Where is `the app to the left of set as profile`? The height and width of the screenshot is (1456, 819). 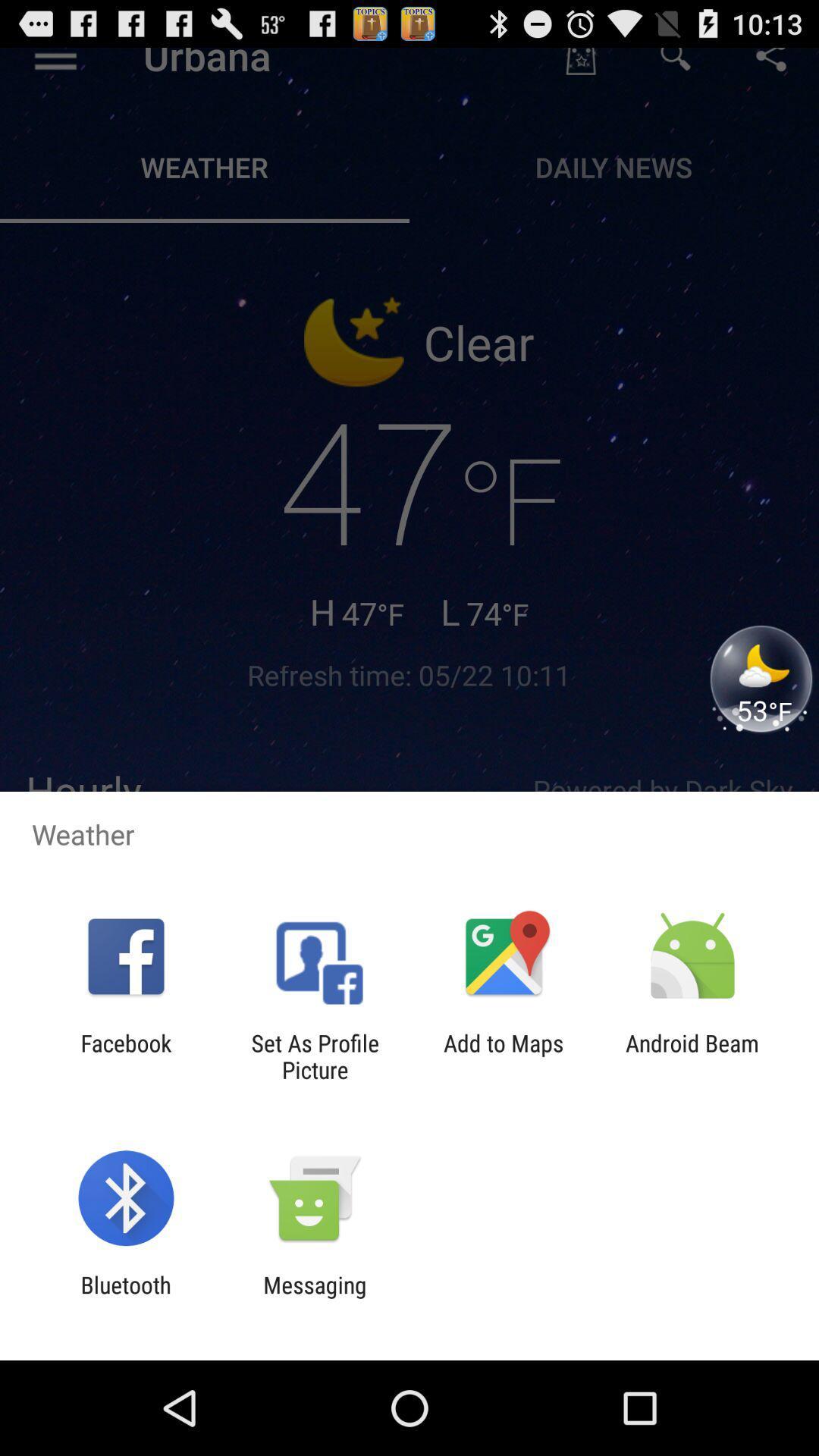
the app to the left of set as profile is located at coordinates (125, 1056).